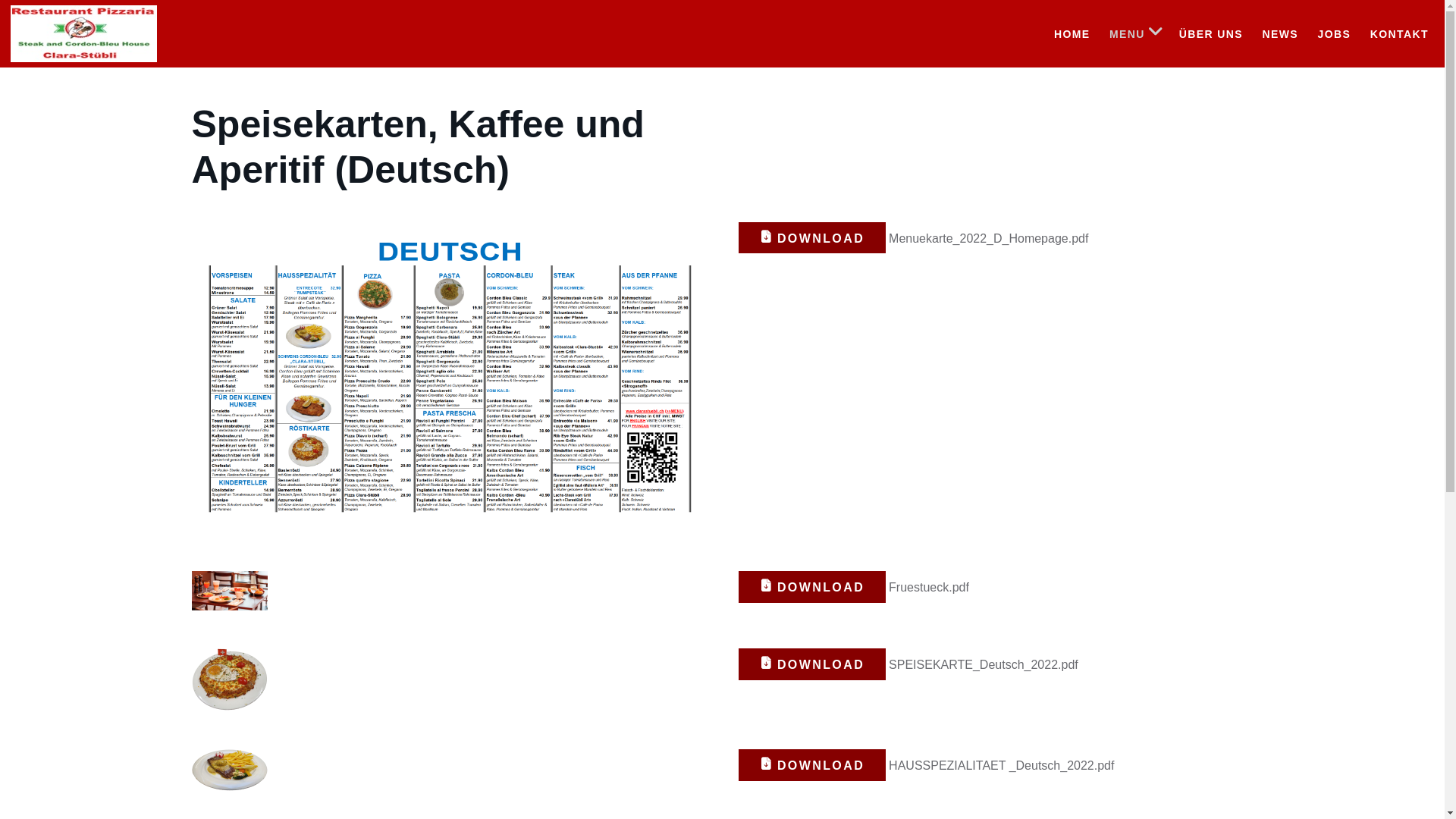 The image size is (1456, 819). Describe the element at coordinates (1276, 33) in the screenshot. I see `'NEWS'` at that location.